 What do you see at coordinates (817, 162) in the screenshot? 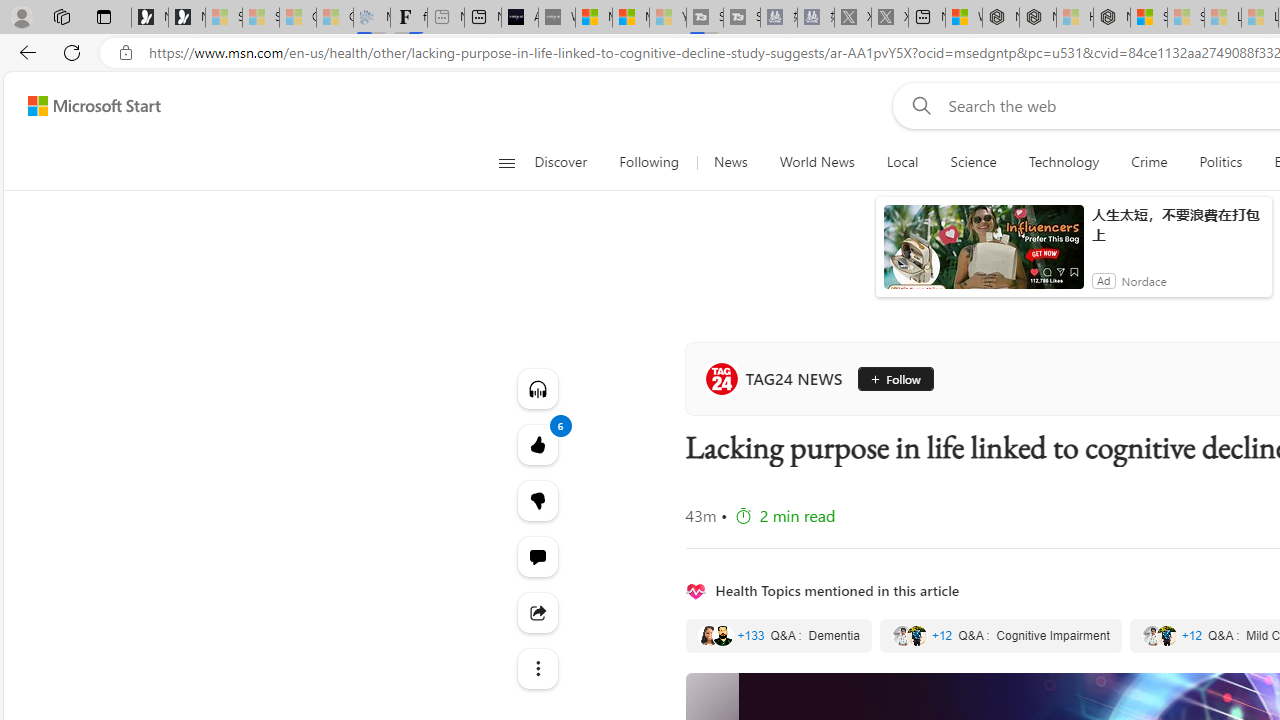
I see `'World News'` at bounding box center [817, 162].